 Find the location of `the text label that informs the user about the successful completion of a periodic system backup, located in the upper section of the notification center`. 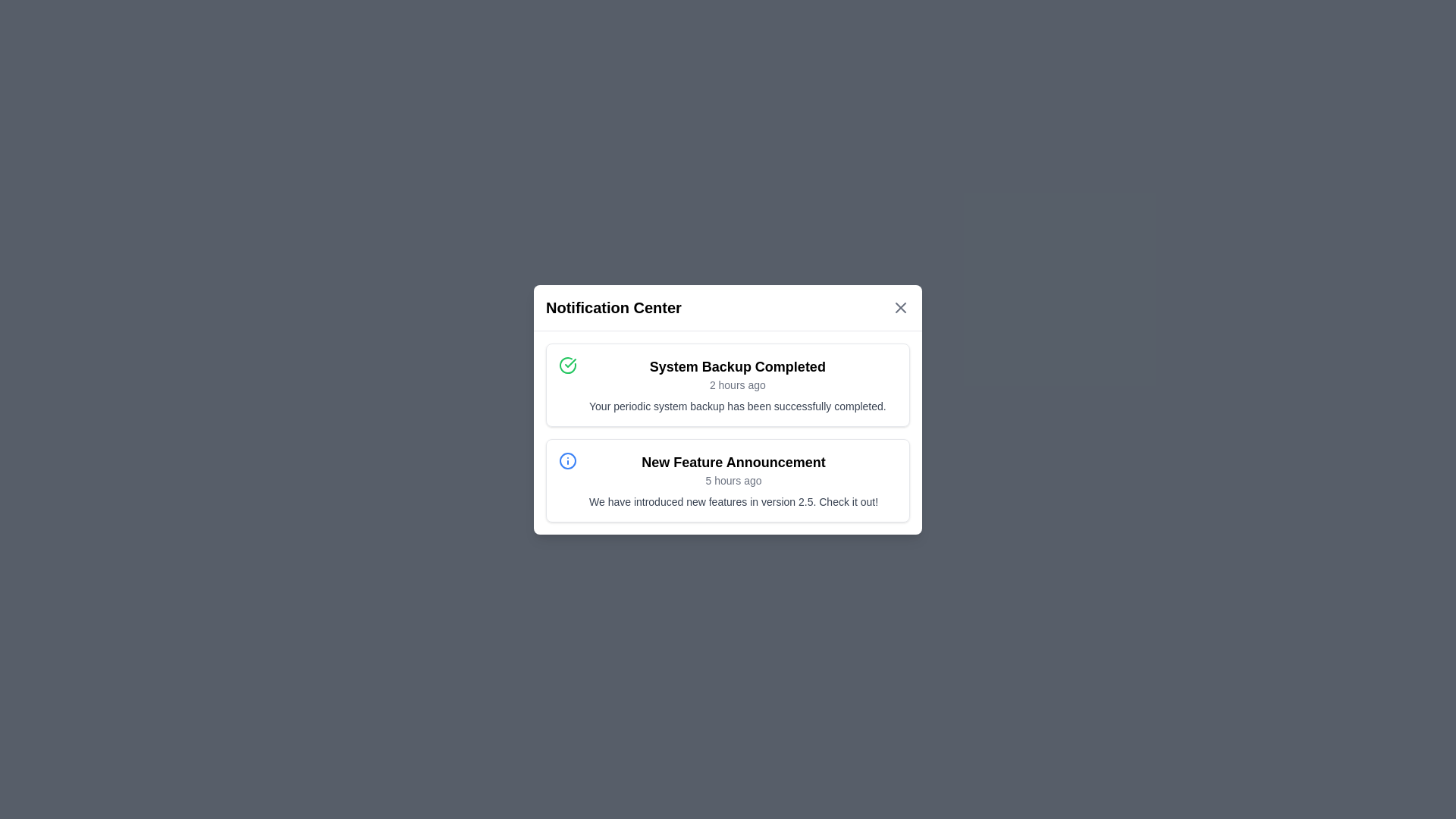

the text label that informs the user about the successful completion of a periodic system backup, located in the upper section of the notification center is located at coordinates (737, 405).